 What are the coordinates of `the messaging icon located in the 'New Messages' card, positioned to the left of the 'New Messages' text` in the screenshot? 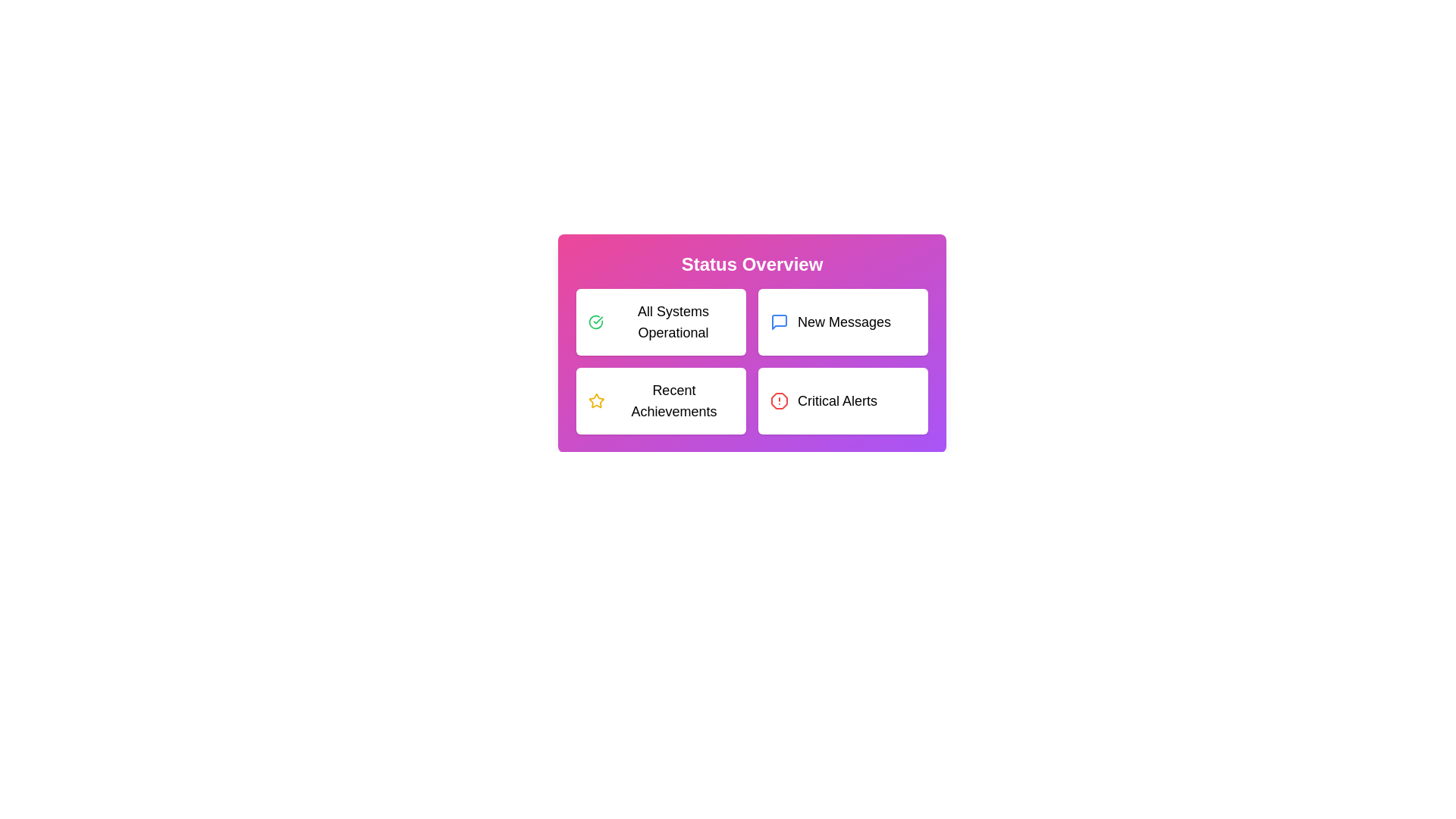 It's located at (779, 321).